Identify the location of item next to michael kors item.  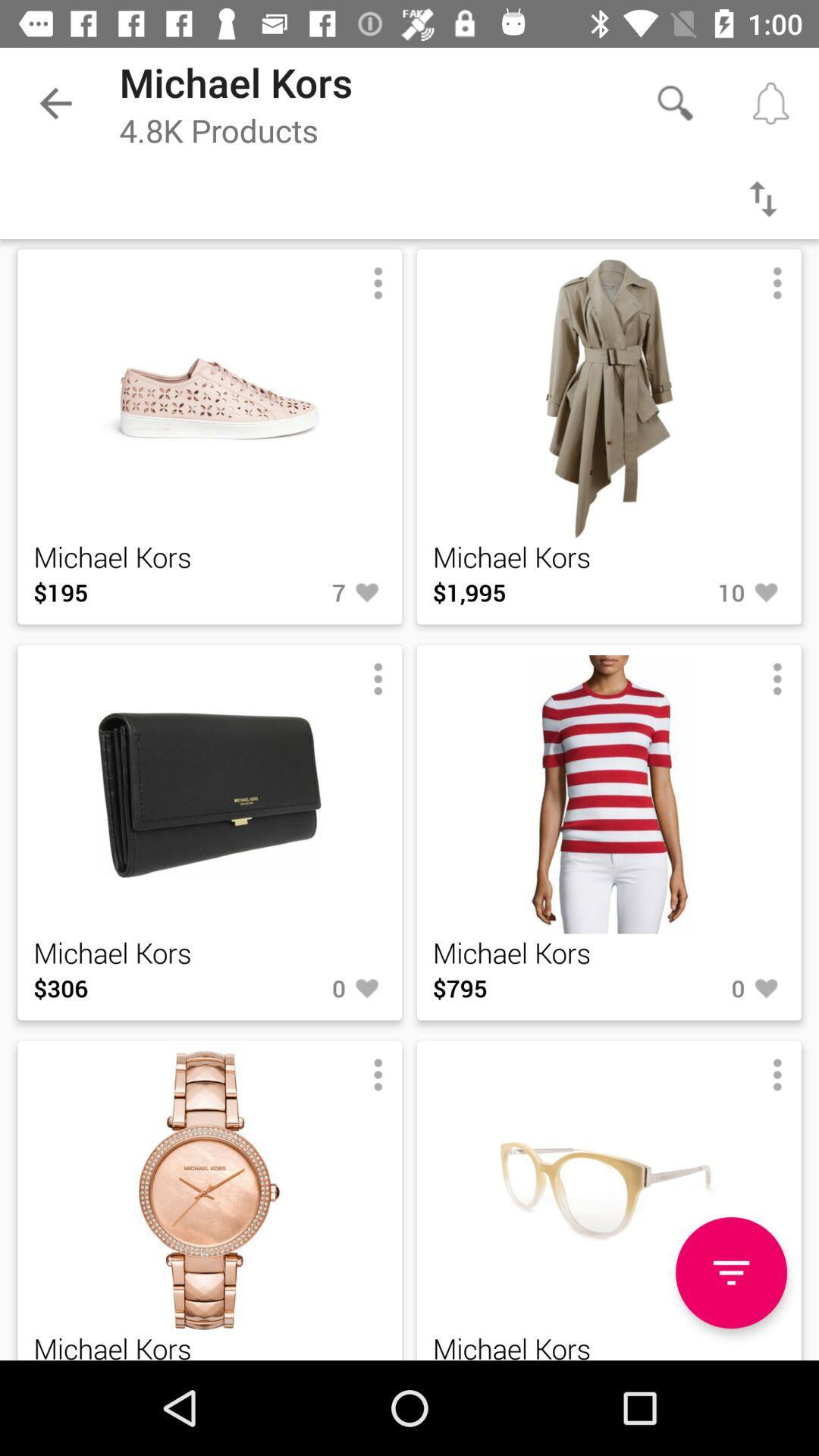
(298, 1360).